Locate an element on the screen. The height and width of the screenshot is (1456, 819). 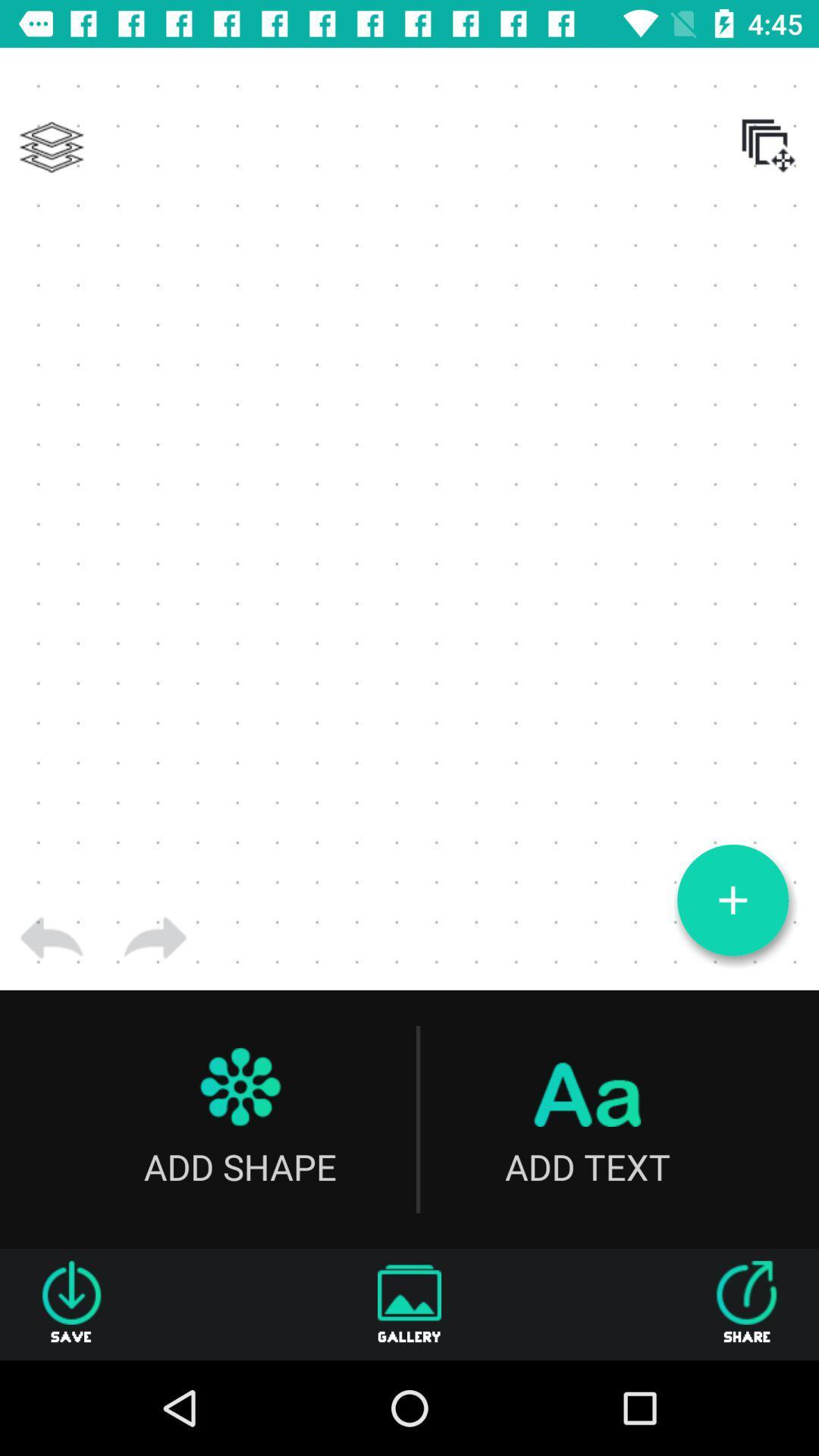
event is located at coordinates (732, 900).